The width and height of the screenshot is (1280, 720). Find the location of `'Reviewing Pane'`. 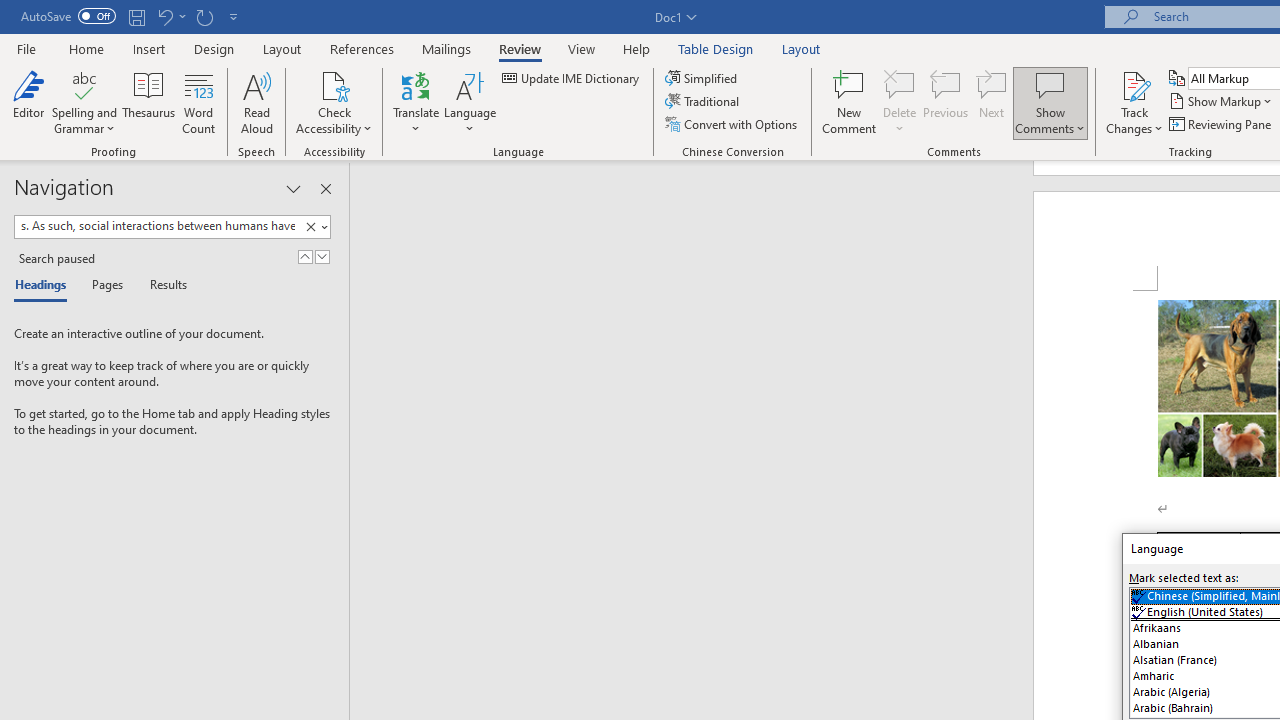

'Reviewing Pane' is located at coordinates (1220, 124).